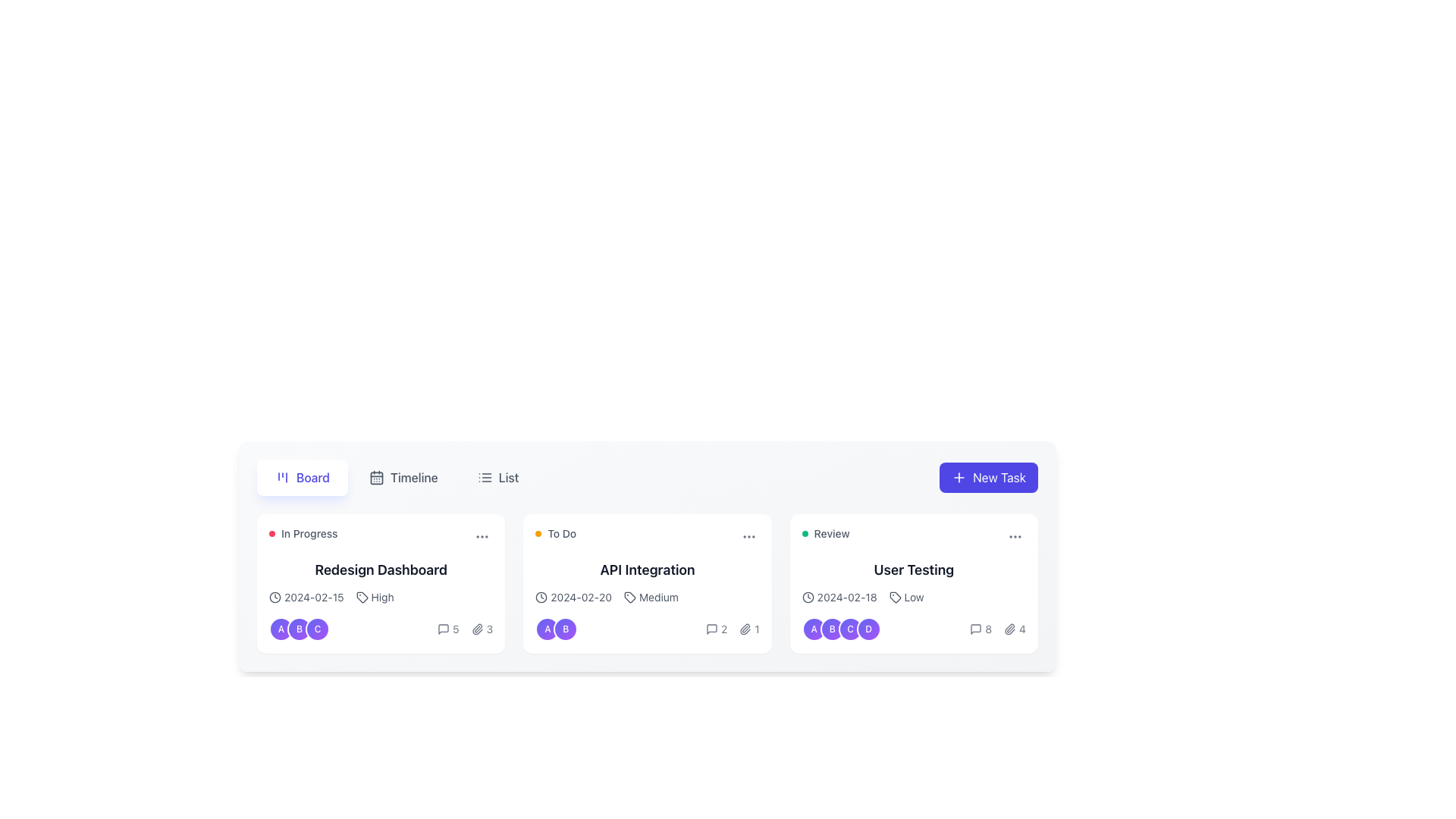 Image resolution: width=1456 pixels, height=819 pixels. What do you see at coordinates (906, 596) in the screenshot?
I see `the Label with an icon that displays the text 'Low' next to a tag icon, located in the 'User Testing' card under the 'Review' column, positioned below the date '2024-02-18'` at bounding box center [906, 596].